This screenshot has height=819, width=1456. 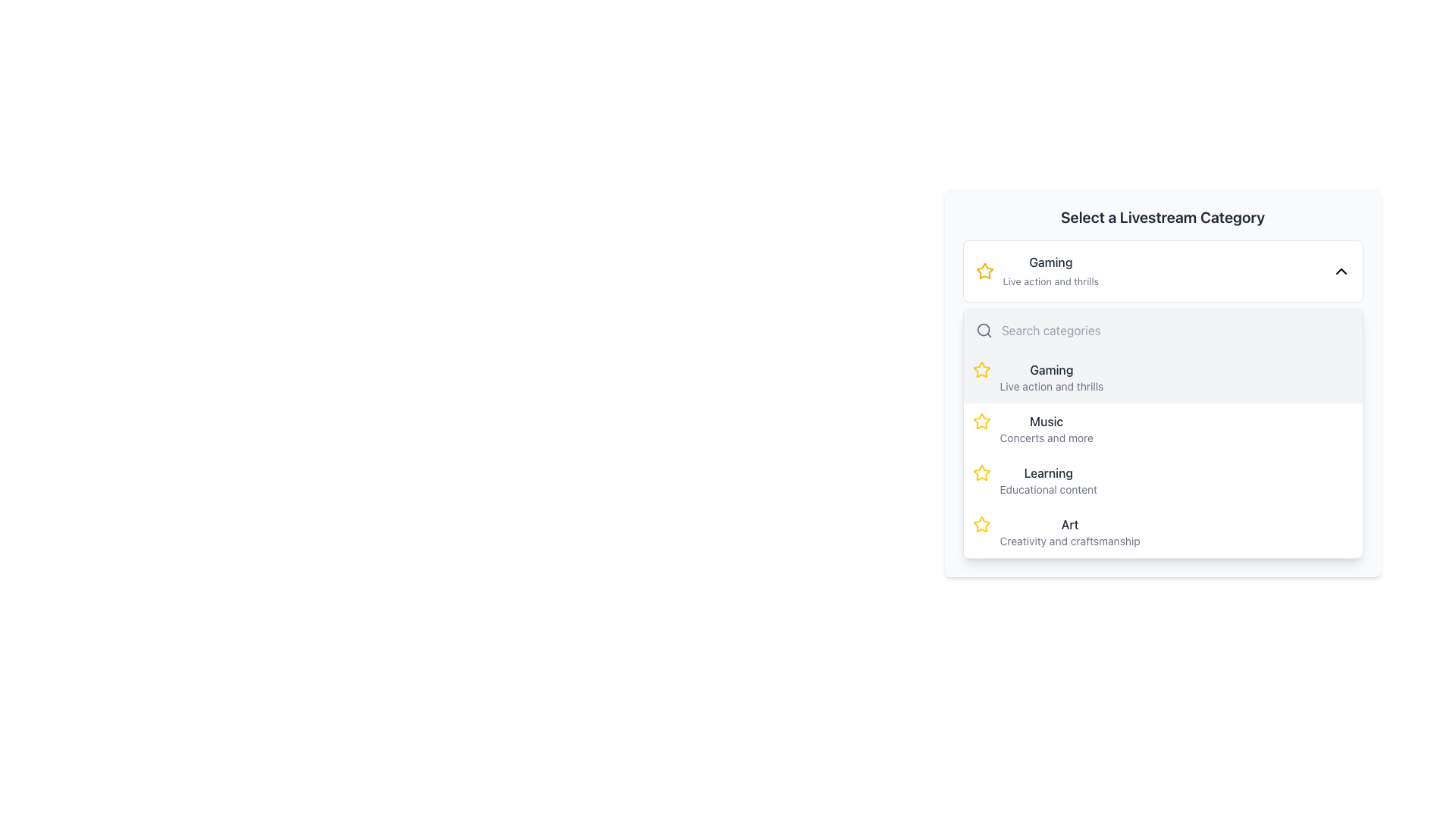 What do you see at coordinates (983, 329) in the screenshot?
I see `the inner circle of the magnifying glass icon located within the search bar of the drop-down menu` at bounding box center [983, 329].